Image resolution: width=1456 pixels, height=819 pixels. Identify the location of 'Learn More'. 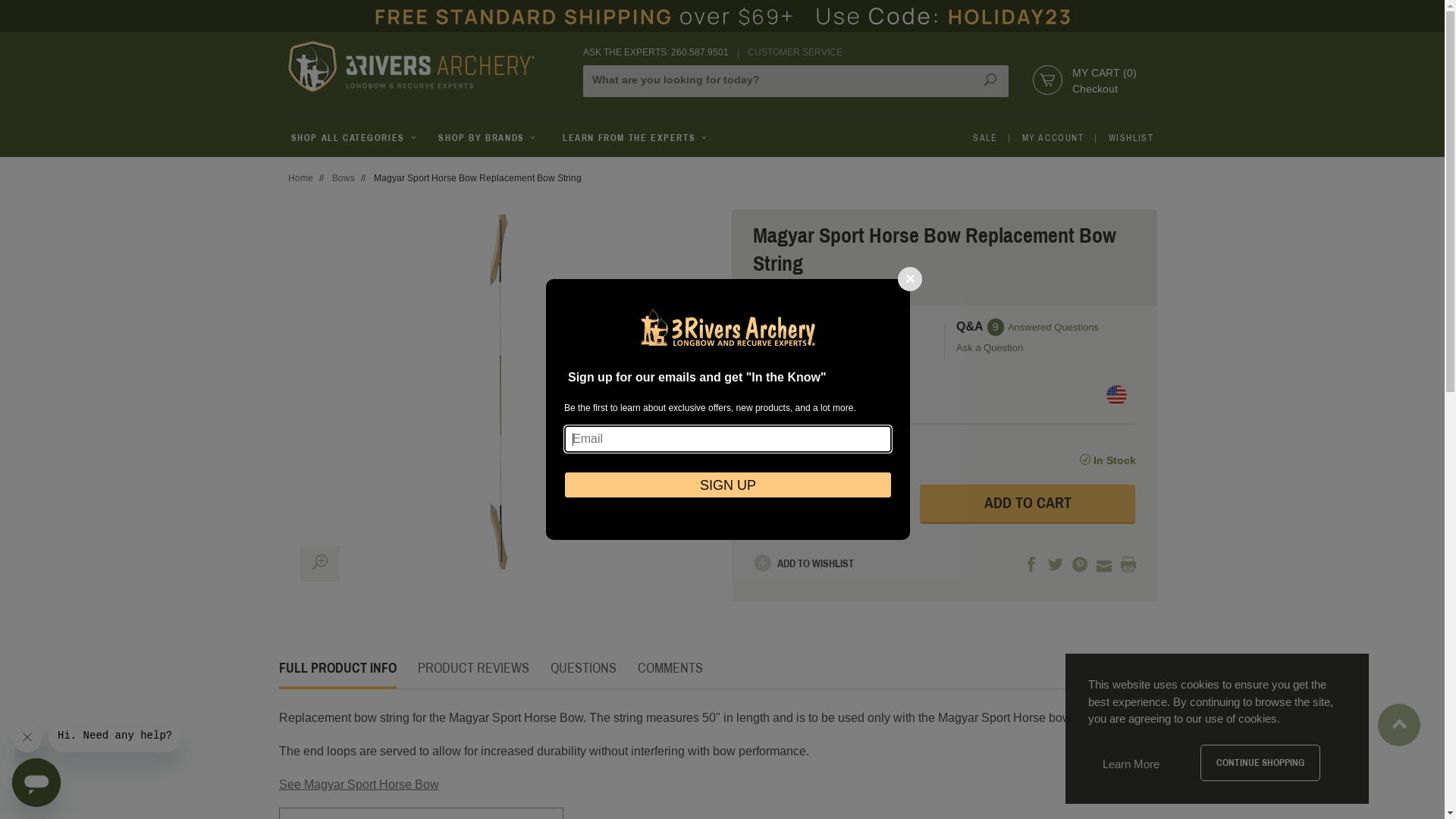
(1131, 764).